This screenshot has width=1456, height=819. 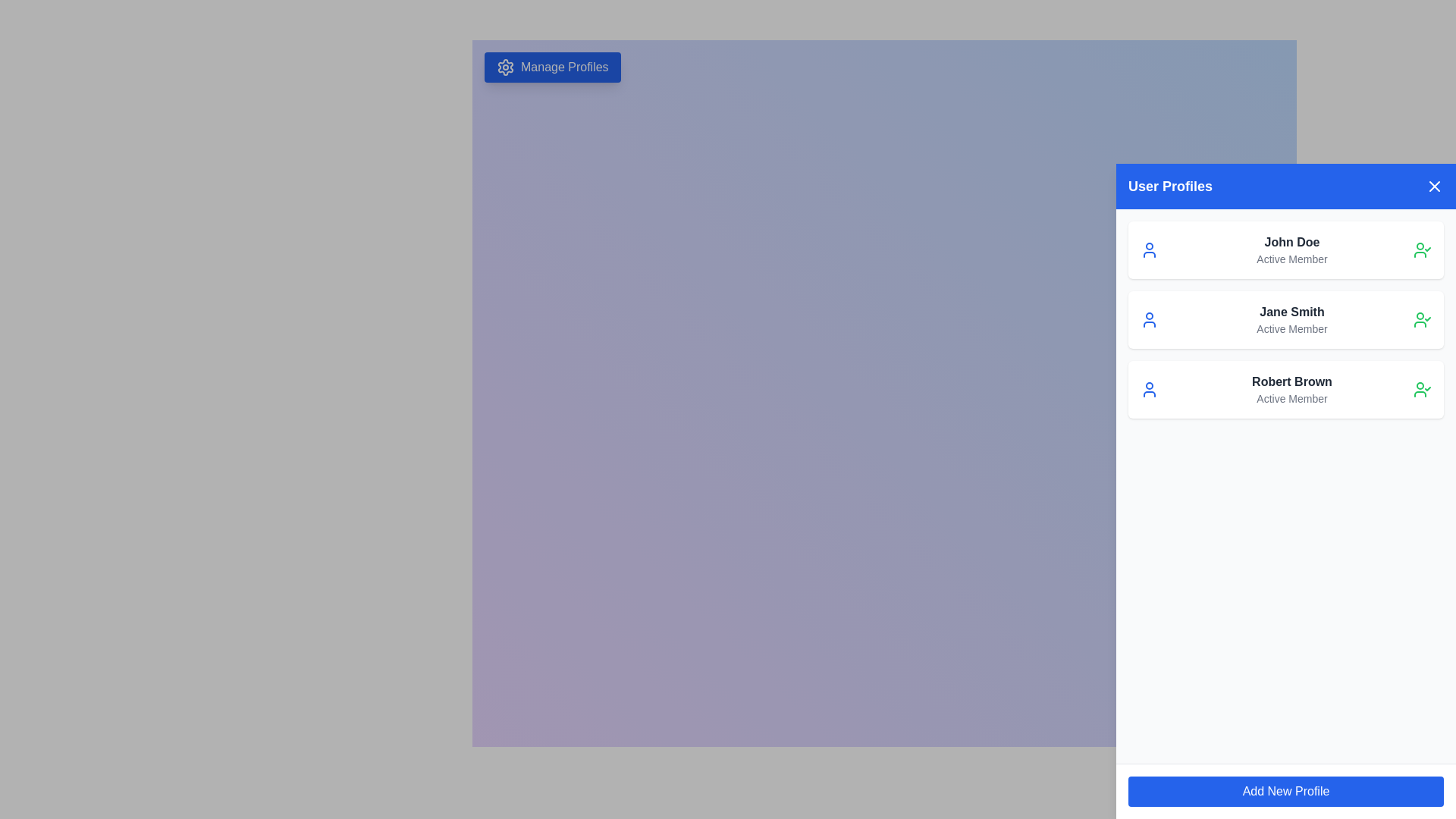 I want to click on the blue user profile icon representing 'Robert Brown', which is located on the left side of his profile card in the user profiles list, so click(x=1150, y=388).